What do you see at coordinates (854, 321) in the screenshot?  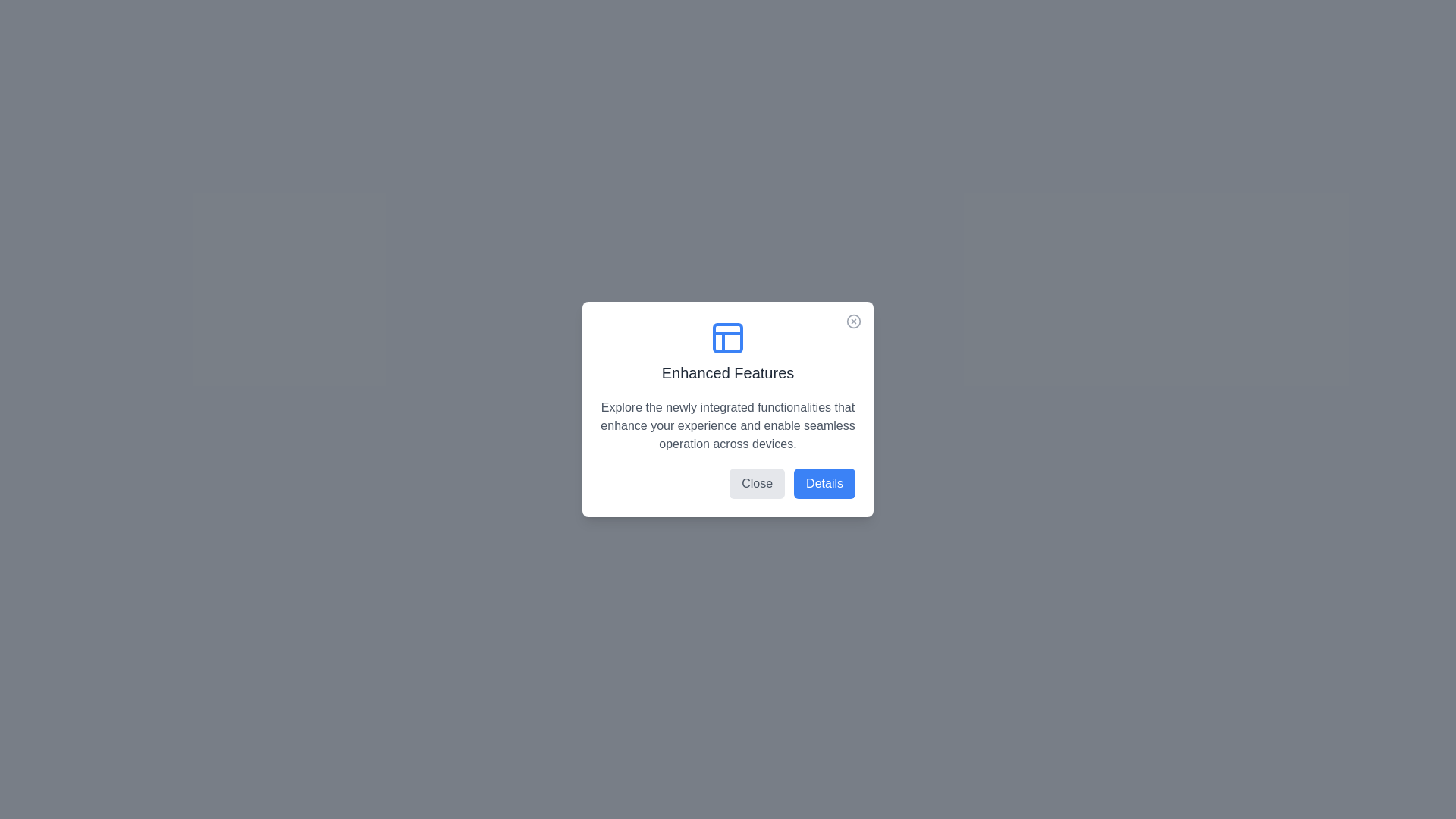 I see `the close button at the top-right corner of the dialog` at bounding box center [854, 321].